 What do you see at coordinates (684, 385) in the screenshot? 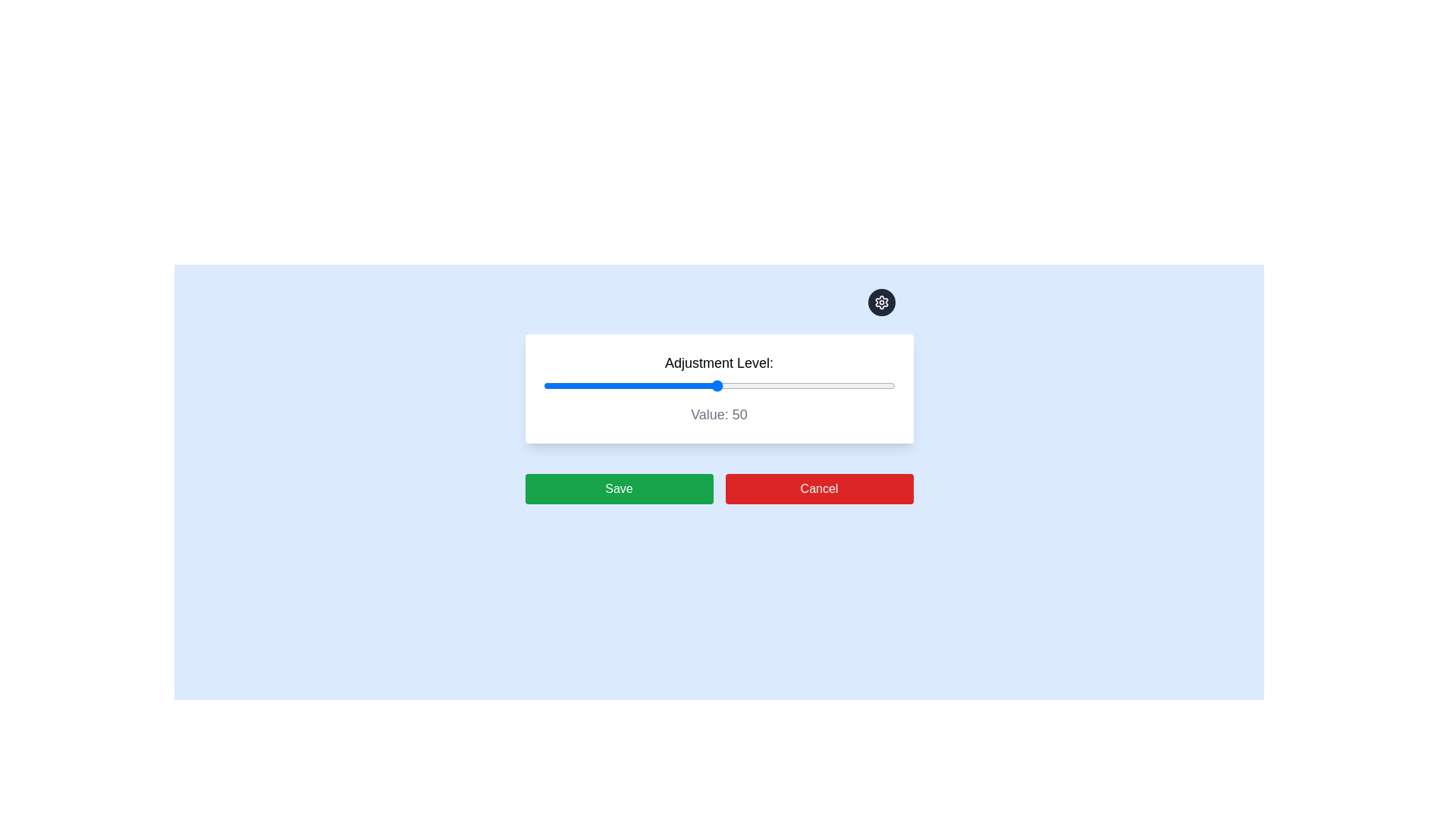
I see `the adjustment level` at bounding box center [684, 385].